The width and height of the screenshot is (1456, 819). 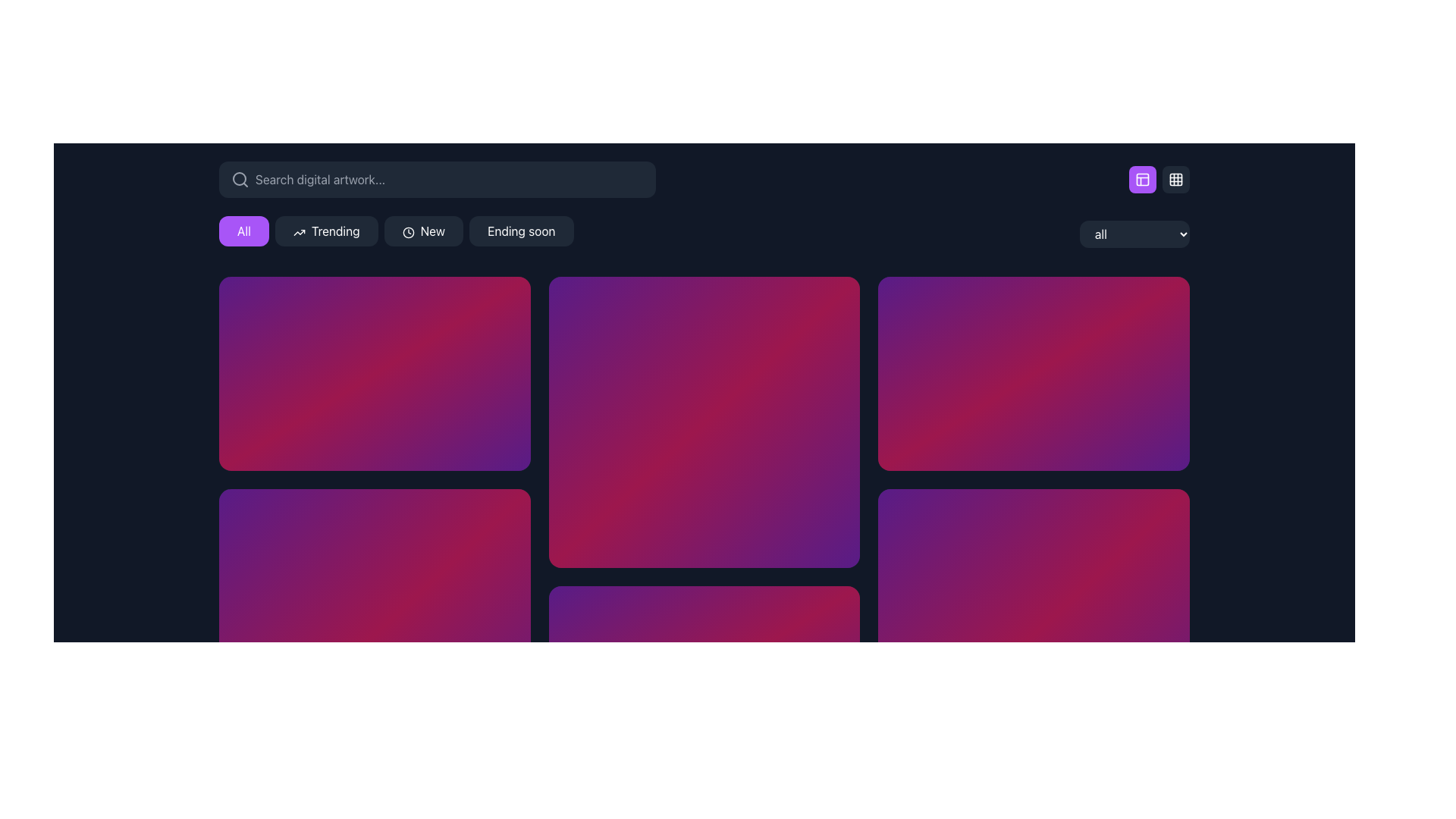 I want to click on the interactive card representing digital artwork located in the third column of the third row within a grid system, so click(x=1033, y=635).